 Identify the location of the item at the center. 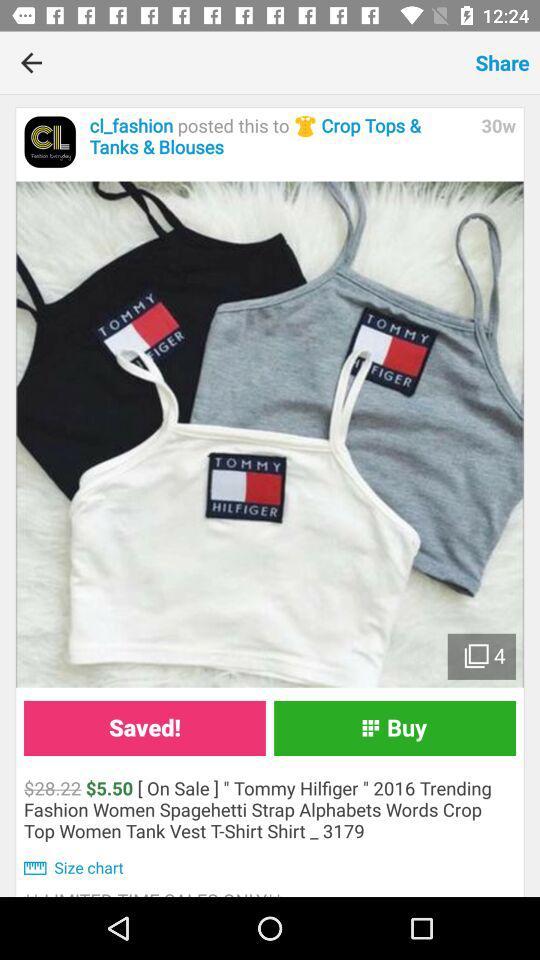
(270, 434).